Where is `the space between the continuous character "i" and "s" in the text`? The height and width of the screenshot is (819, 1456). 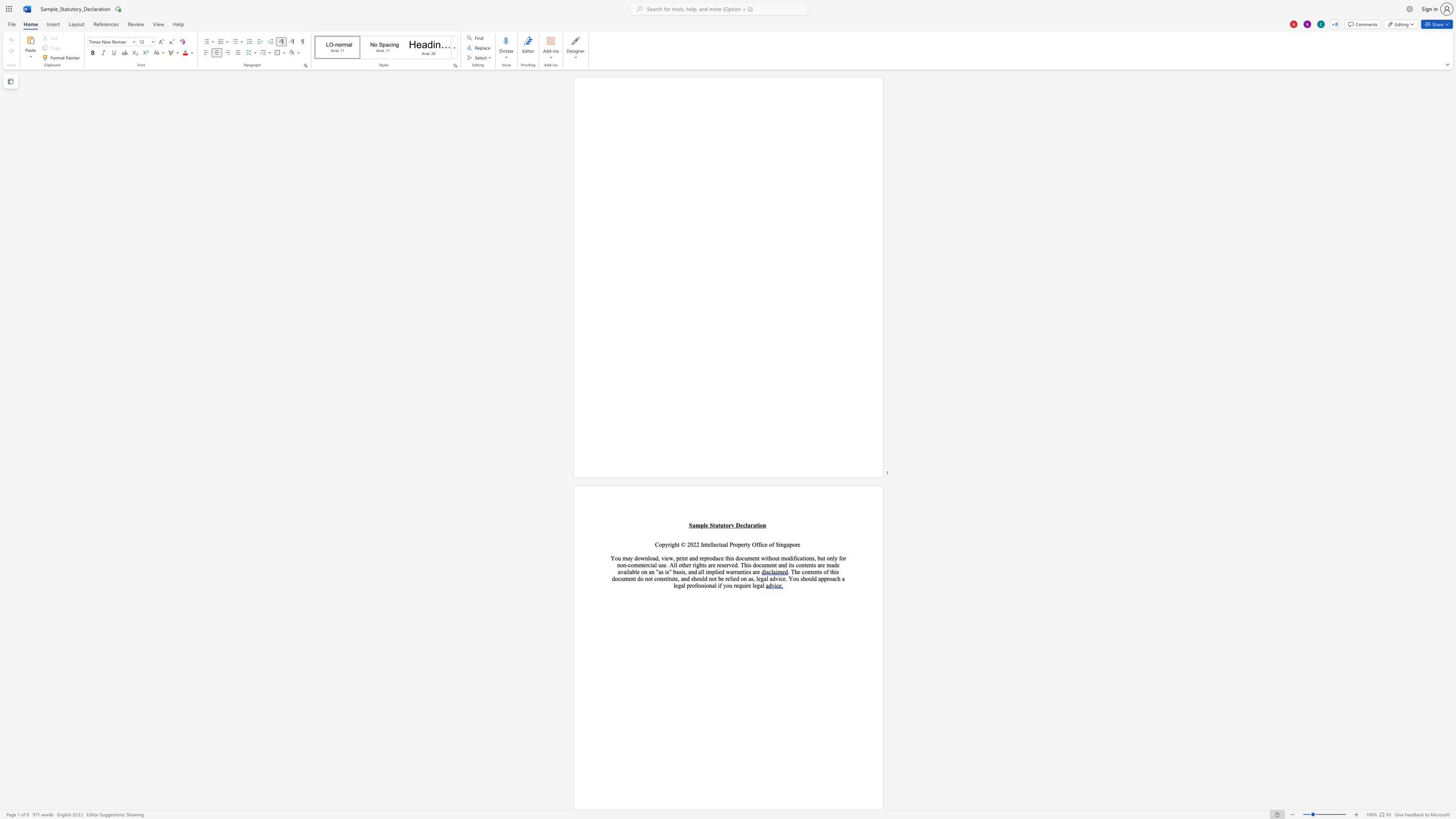
the space between the continuous character "i" and "s" in the text is located at coordinates (836, 571).